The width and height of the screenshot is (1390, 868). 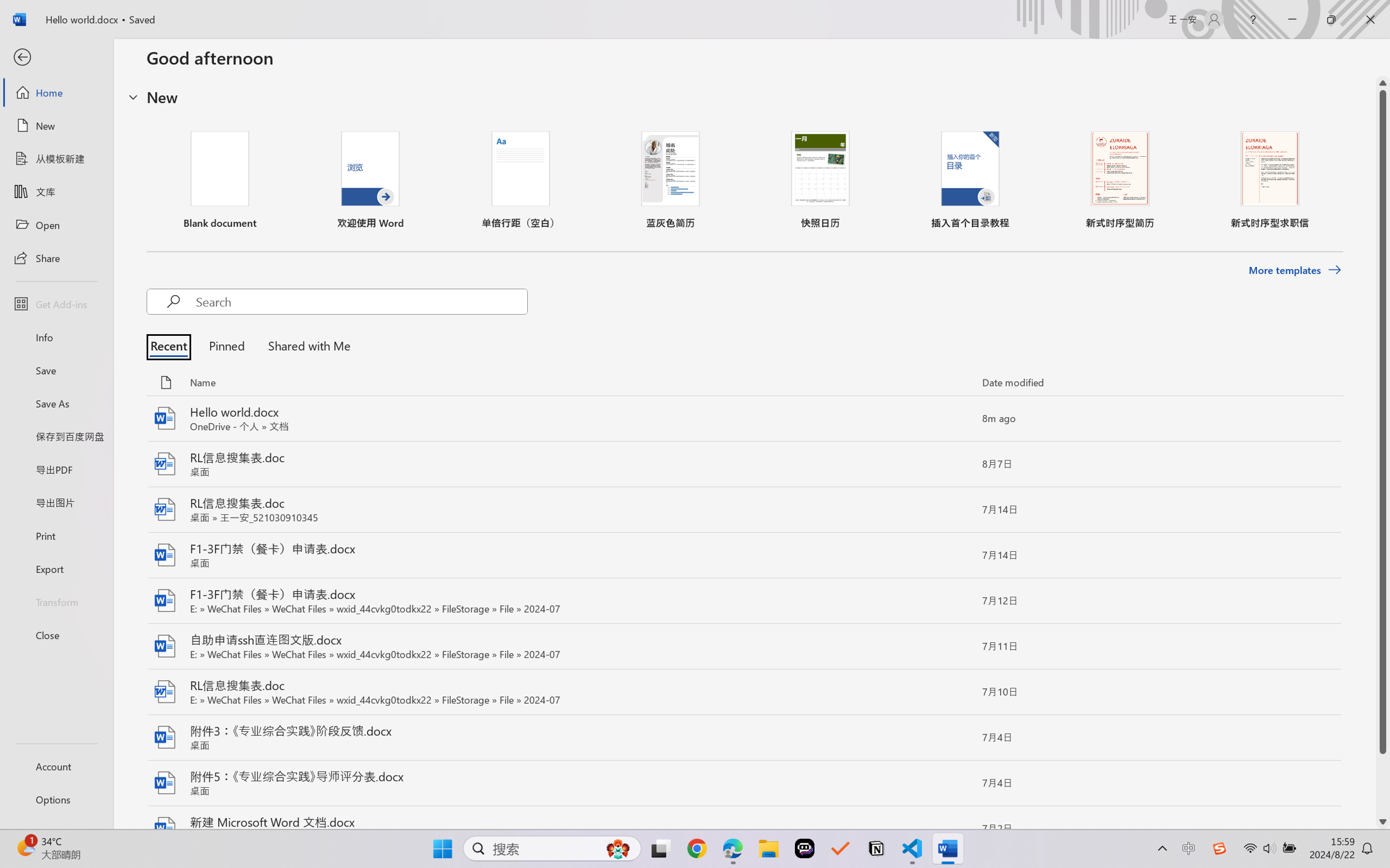 What do you see at coordinates (171, 345) in the screenshot?
I see `'Recent'` at bounding box center [171, 345].